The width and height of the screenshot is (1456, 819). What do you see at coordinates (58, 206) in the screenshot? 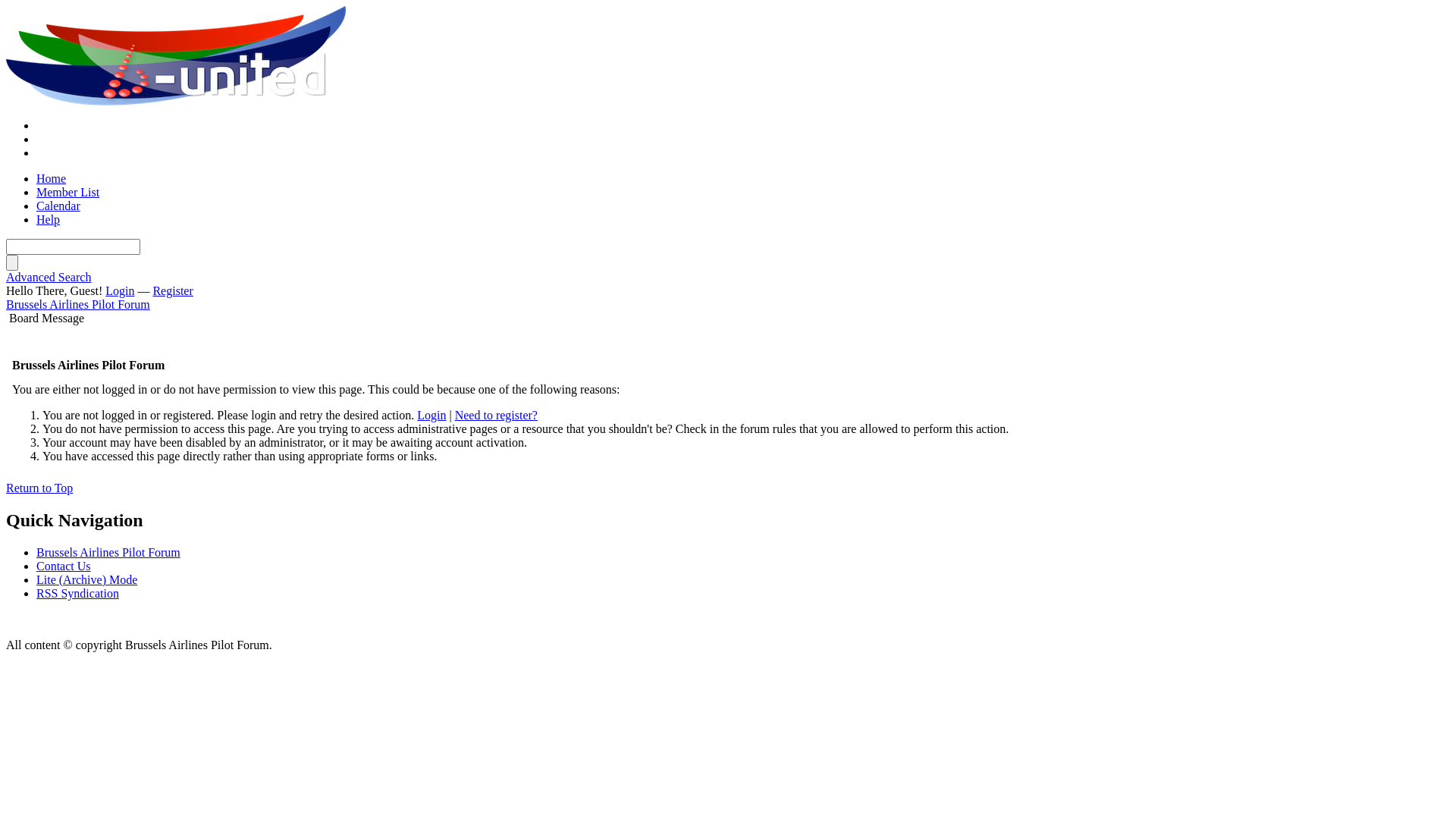
I see `'Calendar'` at bounding box center [58, 206].